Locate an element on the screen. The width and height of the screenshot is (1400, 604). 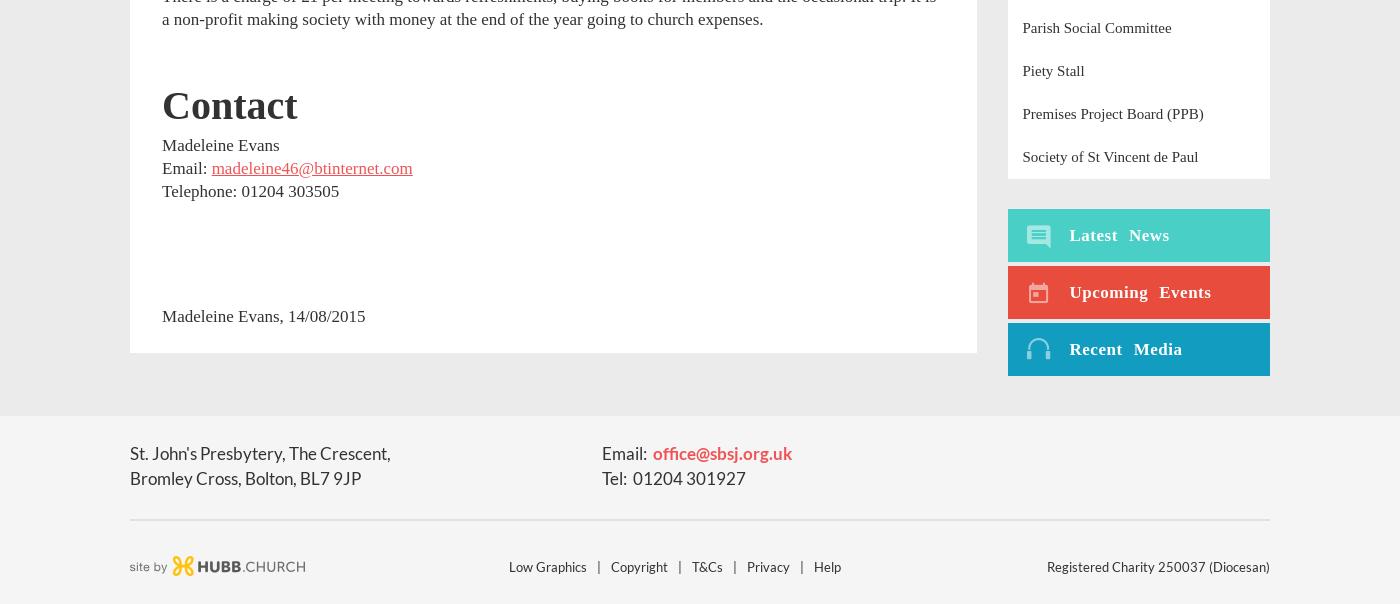
'St. John's Presbytery, The Crescent,' is located at coordinates (260, 453).